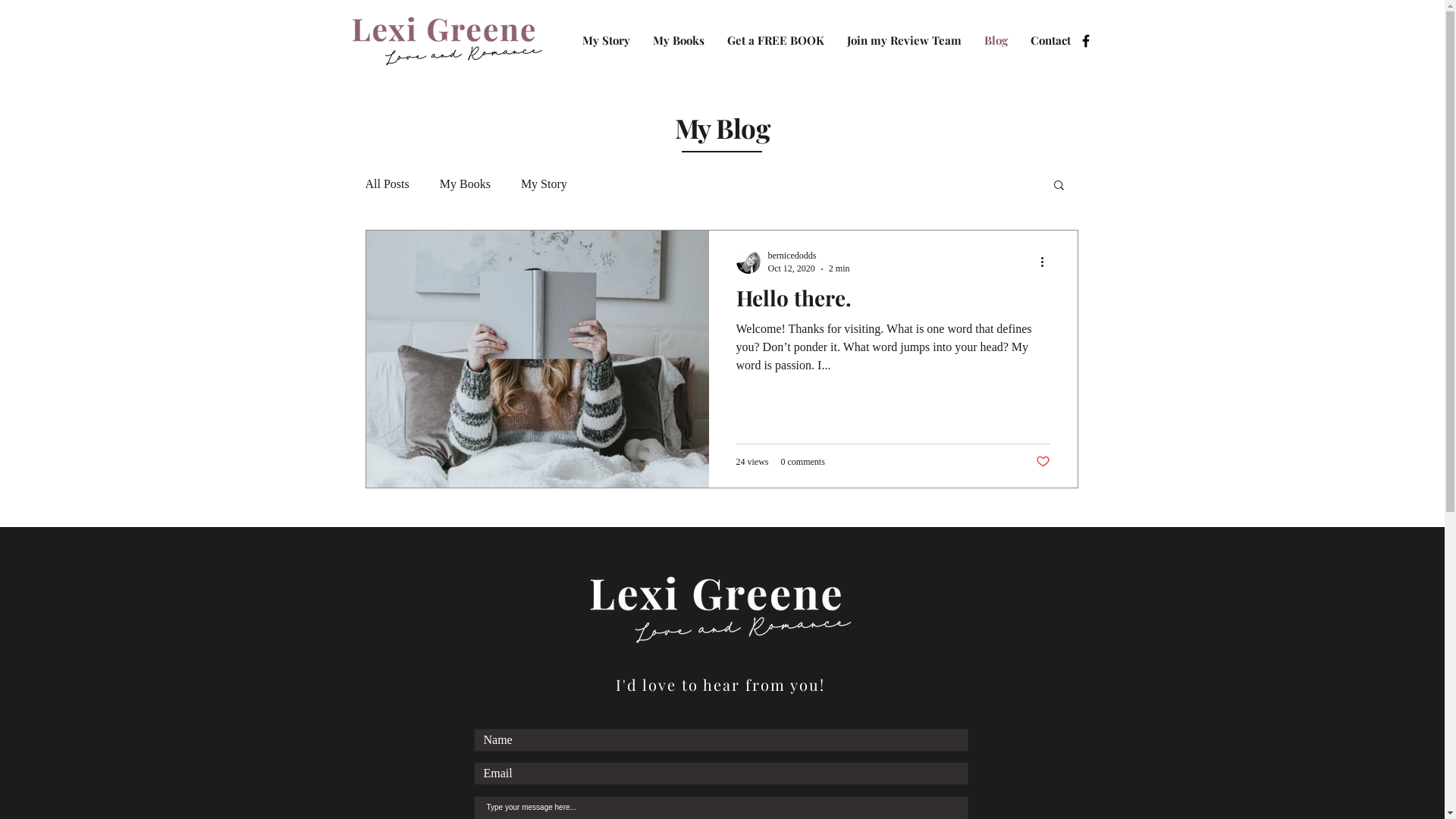 The image size is (1456, 819). Describe the element at coordinates (604, 39) in the screenshot. I see `'My Story'` at that location.